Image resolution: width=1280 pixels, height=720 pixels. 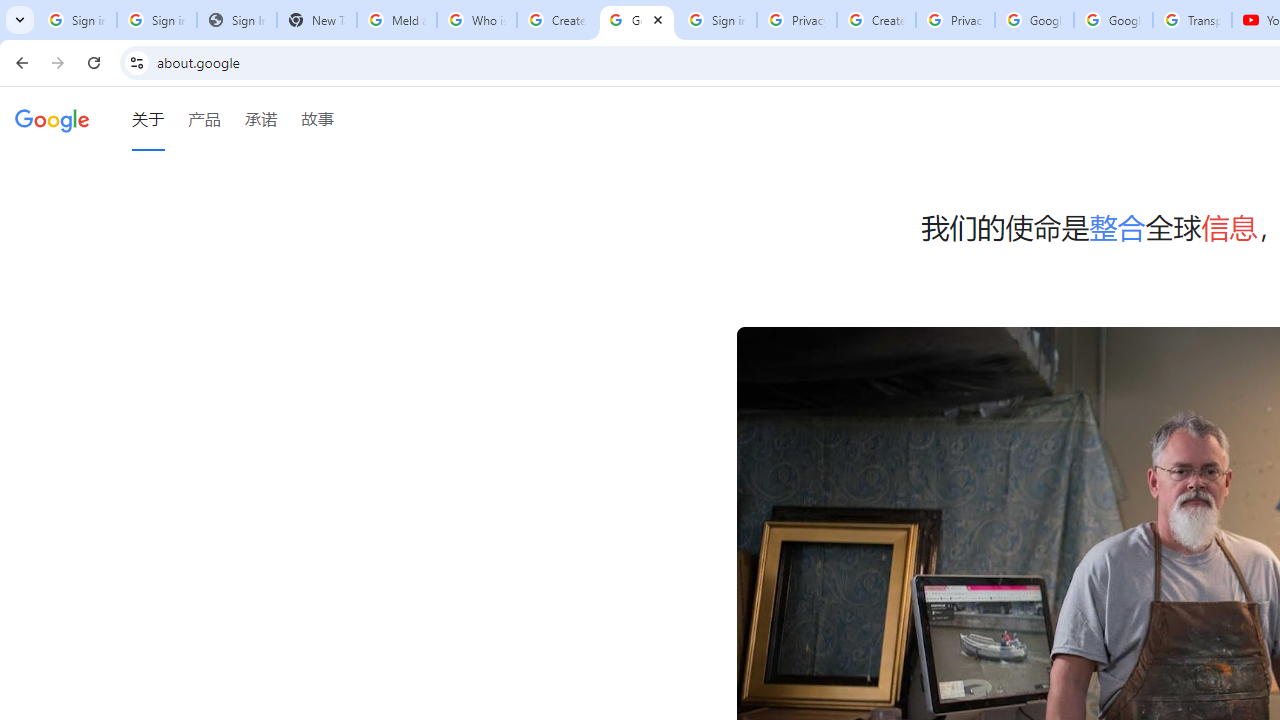 I want to click on 'Create your Google Account', so click(x=876, y=20).